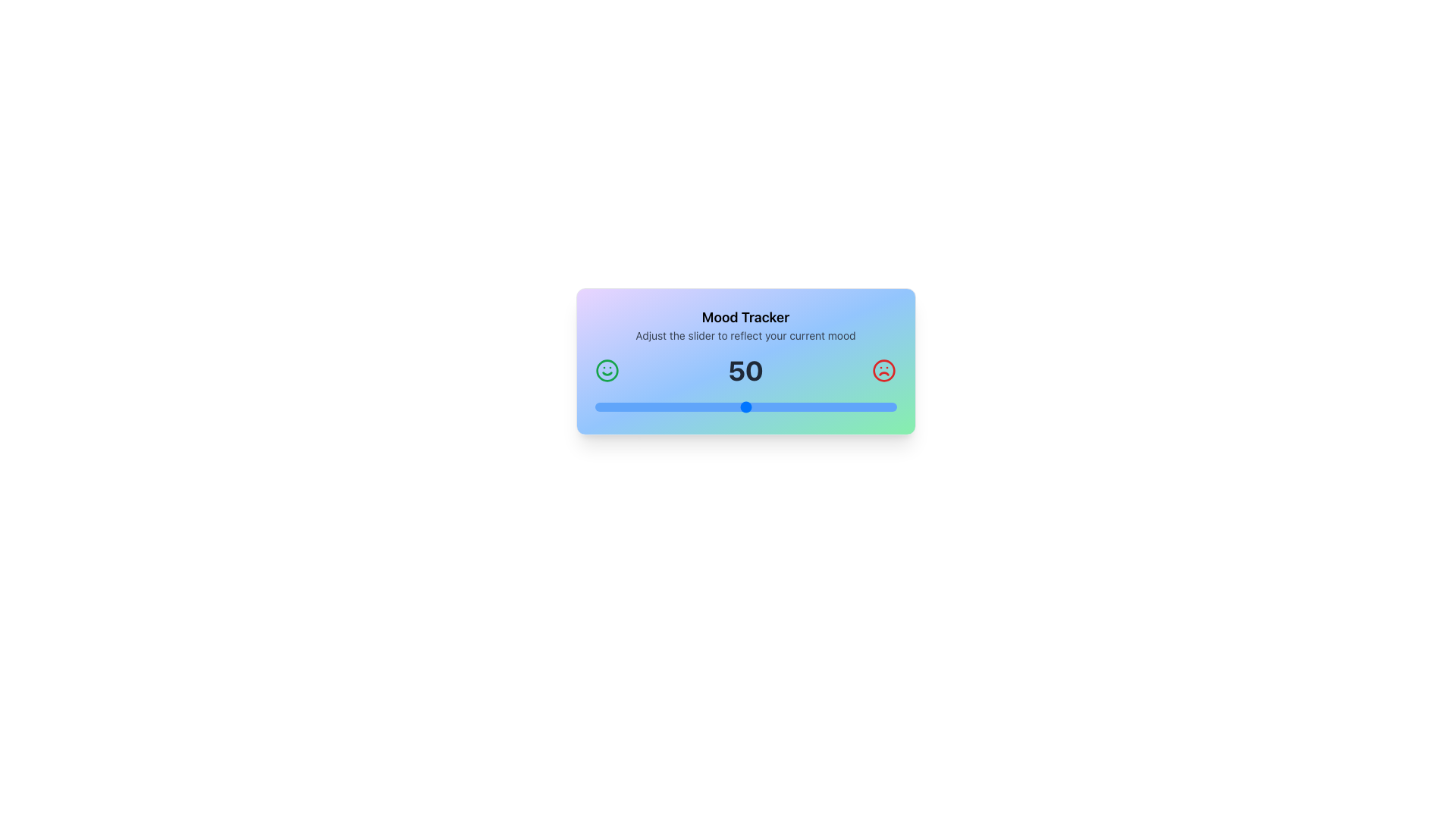 The width and height of the screenshot is (1456, 819). Describe the element at coordinates (607, 371) in the screenshot. I see `the circular SVG graphic component that visually indicates a positive mood, located to the left of the central number in the mood tracker layout` at that location.